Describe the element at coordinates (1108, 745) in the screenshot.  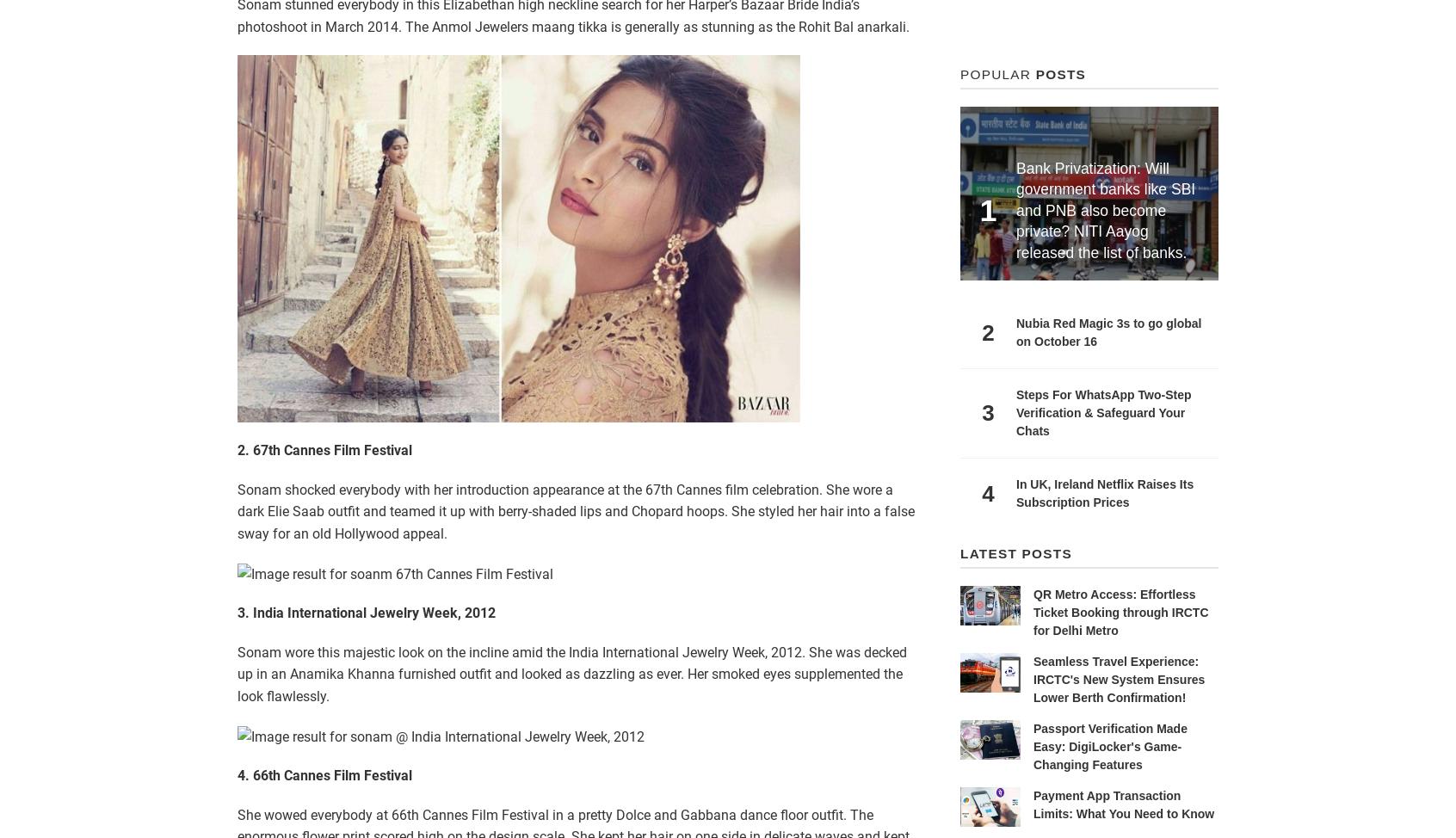
I see `'Passport Verification Made Easy: DigiLocker's Game-Changing Features'` at that location.